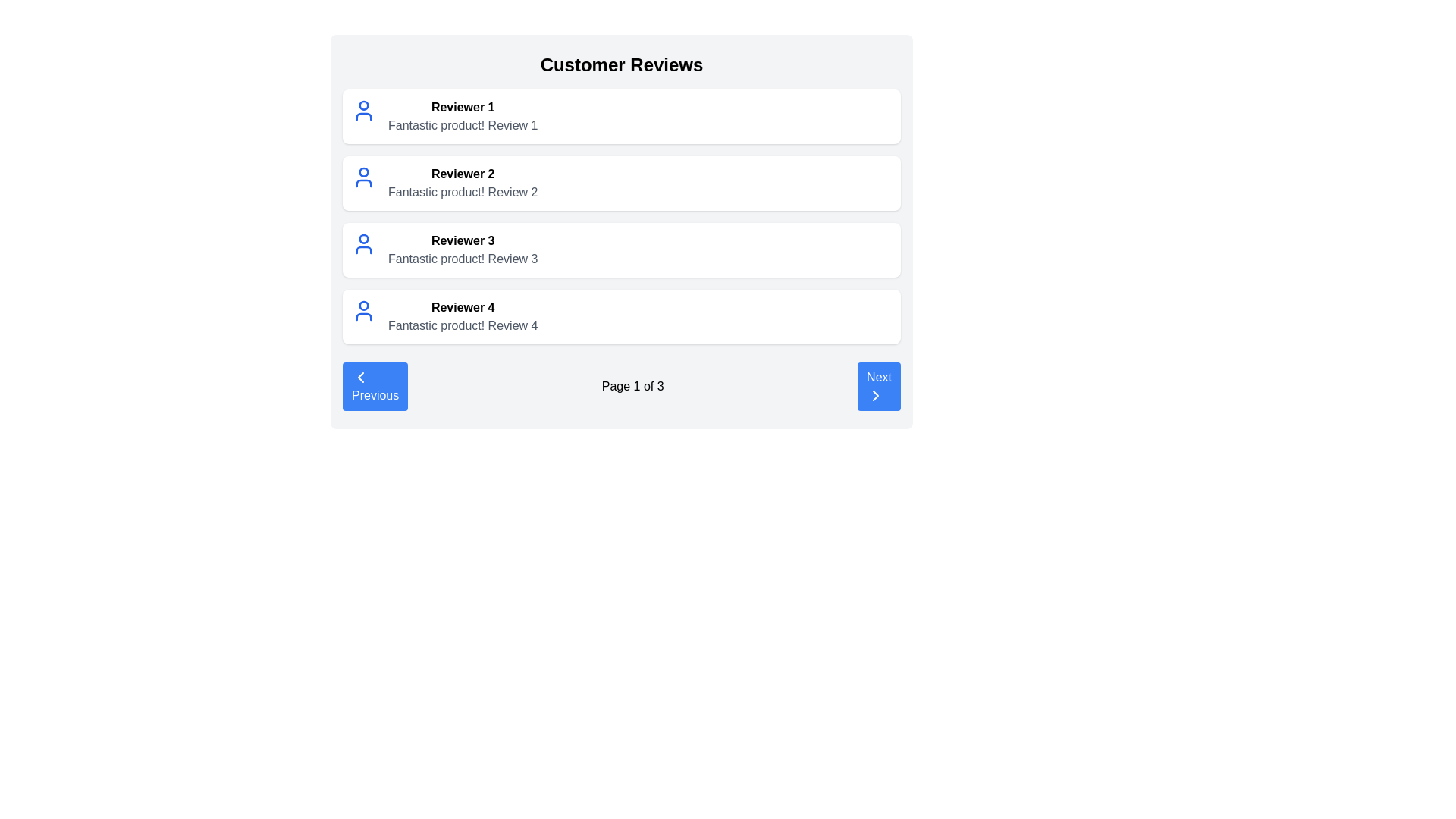  Describe the element at coordinates (364, 177) in the screenshot. I see `the user profile icon in the second review card, which is located at the left margin of the review card, preceding the text content` at that location.